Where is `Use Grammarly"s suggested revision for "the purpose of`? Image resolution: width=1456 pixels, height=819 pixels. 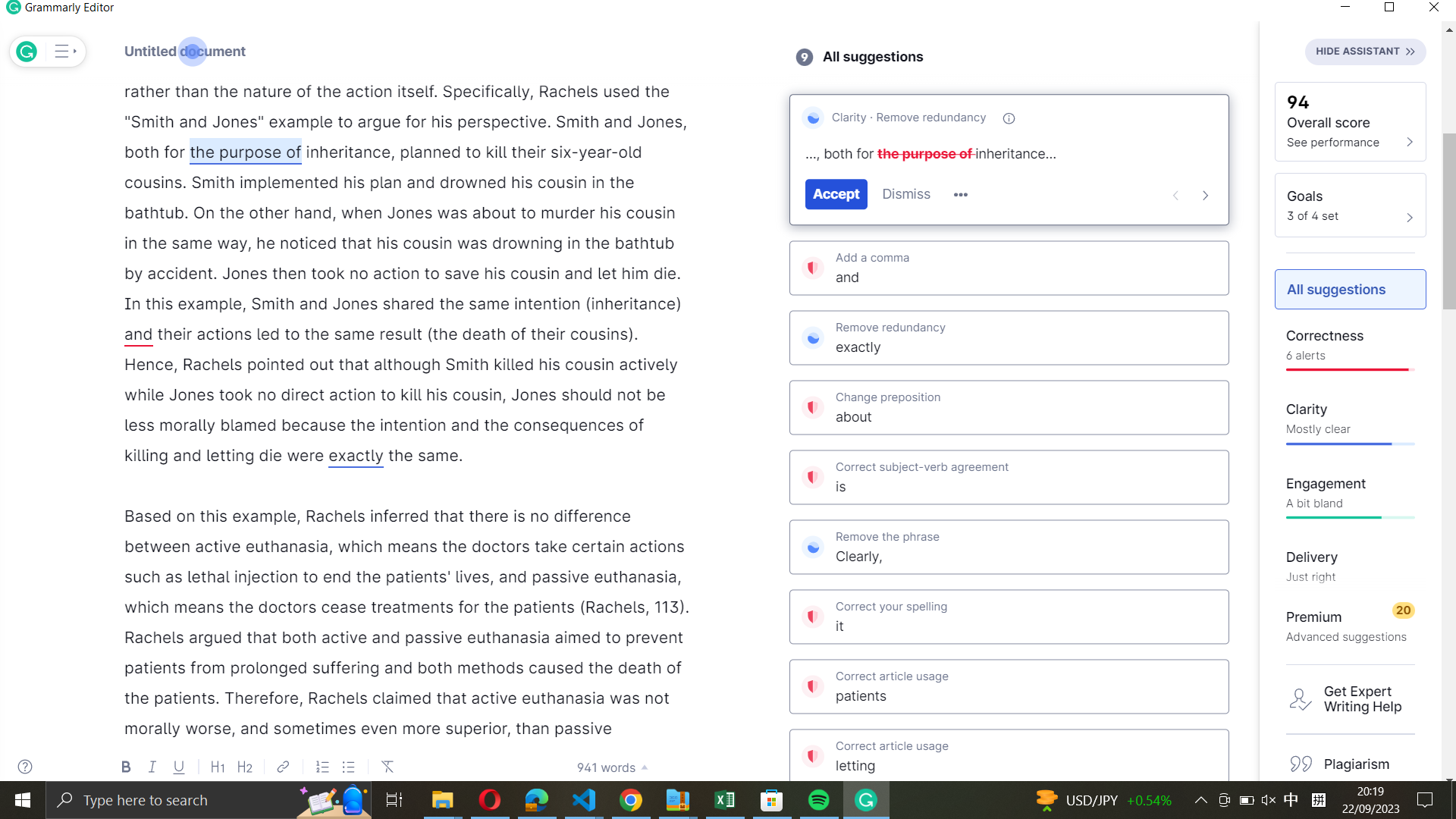
Use Grammarly"s suggested revision for "the purpose of is located at coordinates (834, 193).